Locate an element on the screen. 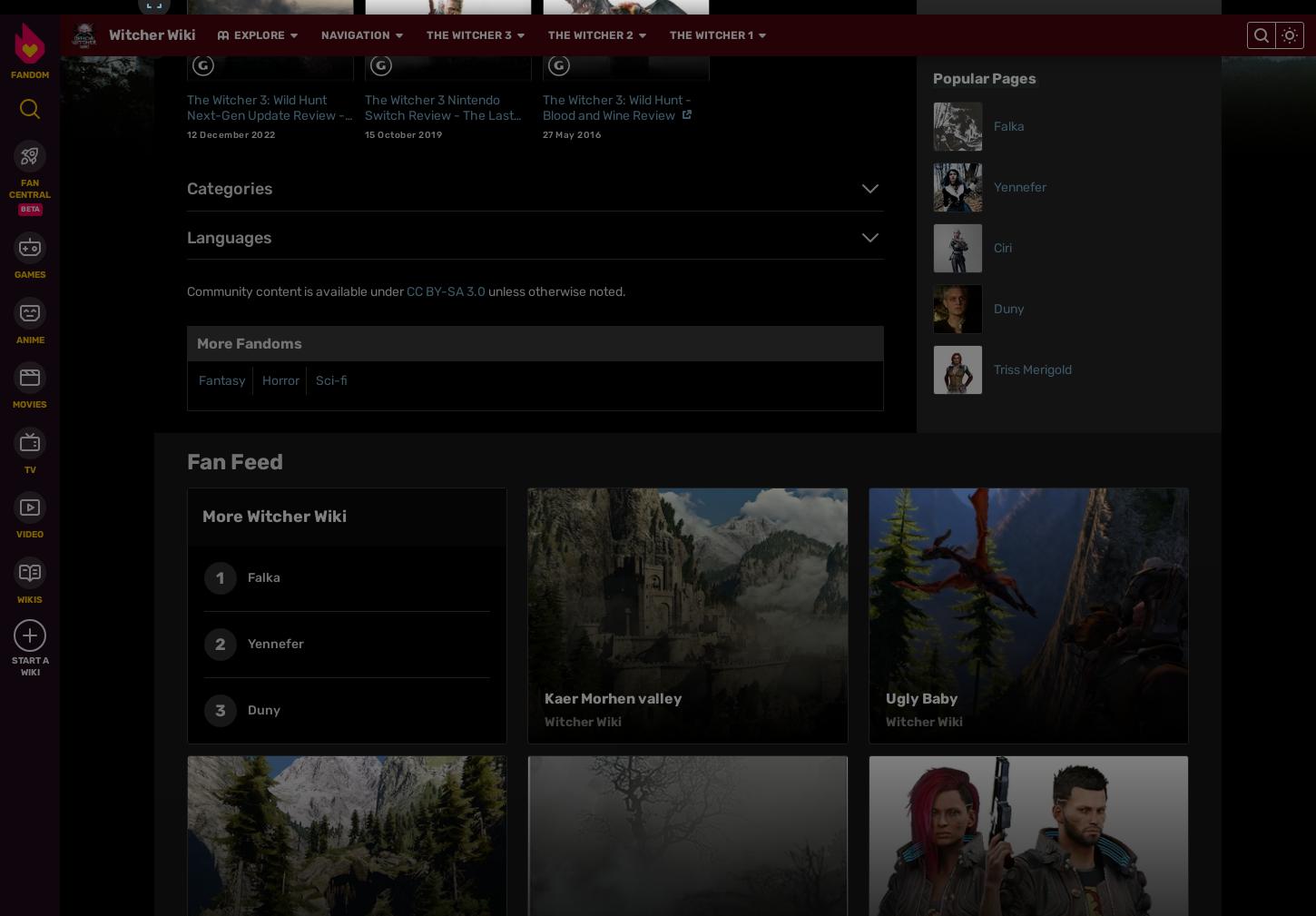  'V (character)' is located at coordinates (930, 34).